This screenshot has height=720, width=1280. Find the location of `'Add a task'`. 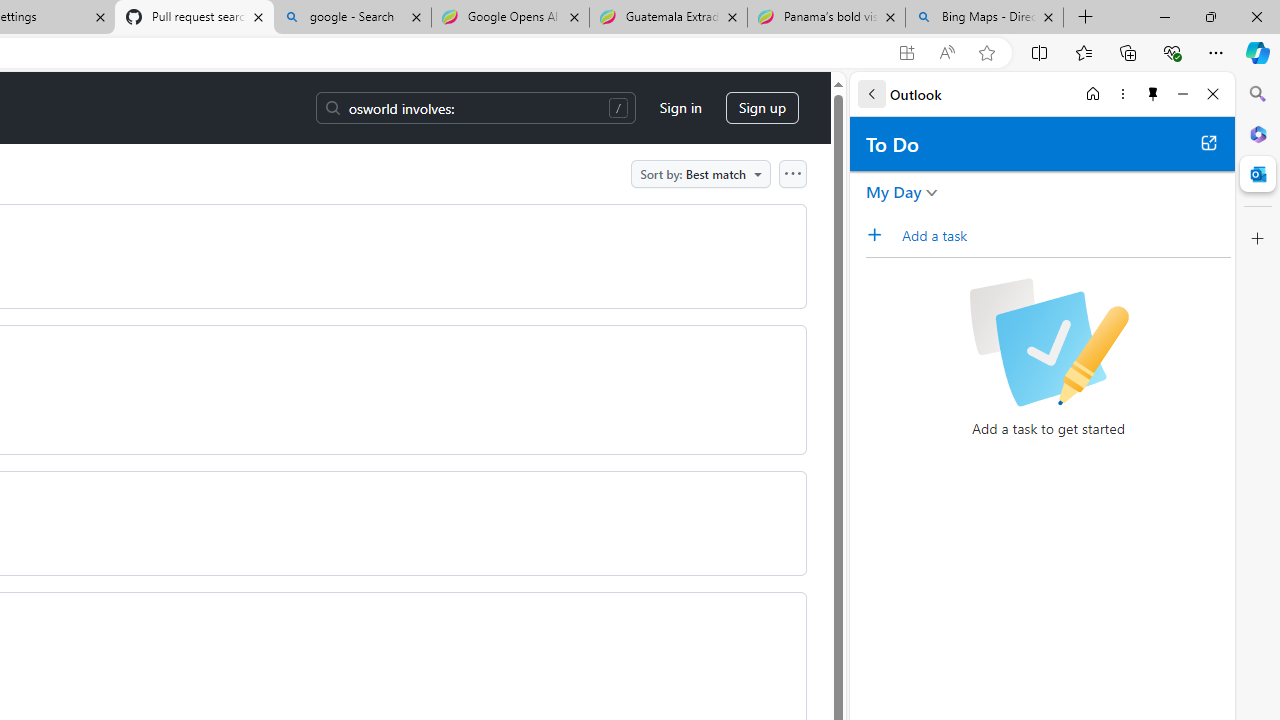

'Add a task' is located at coordinates (880, 234).